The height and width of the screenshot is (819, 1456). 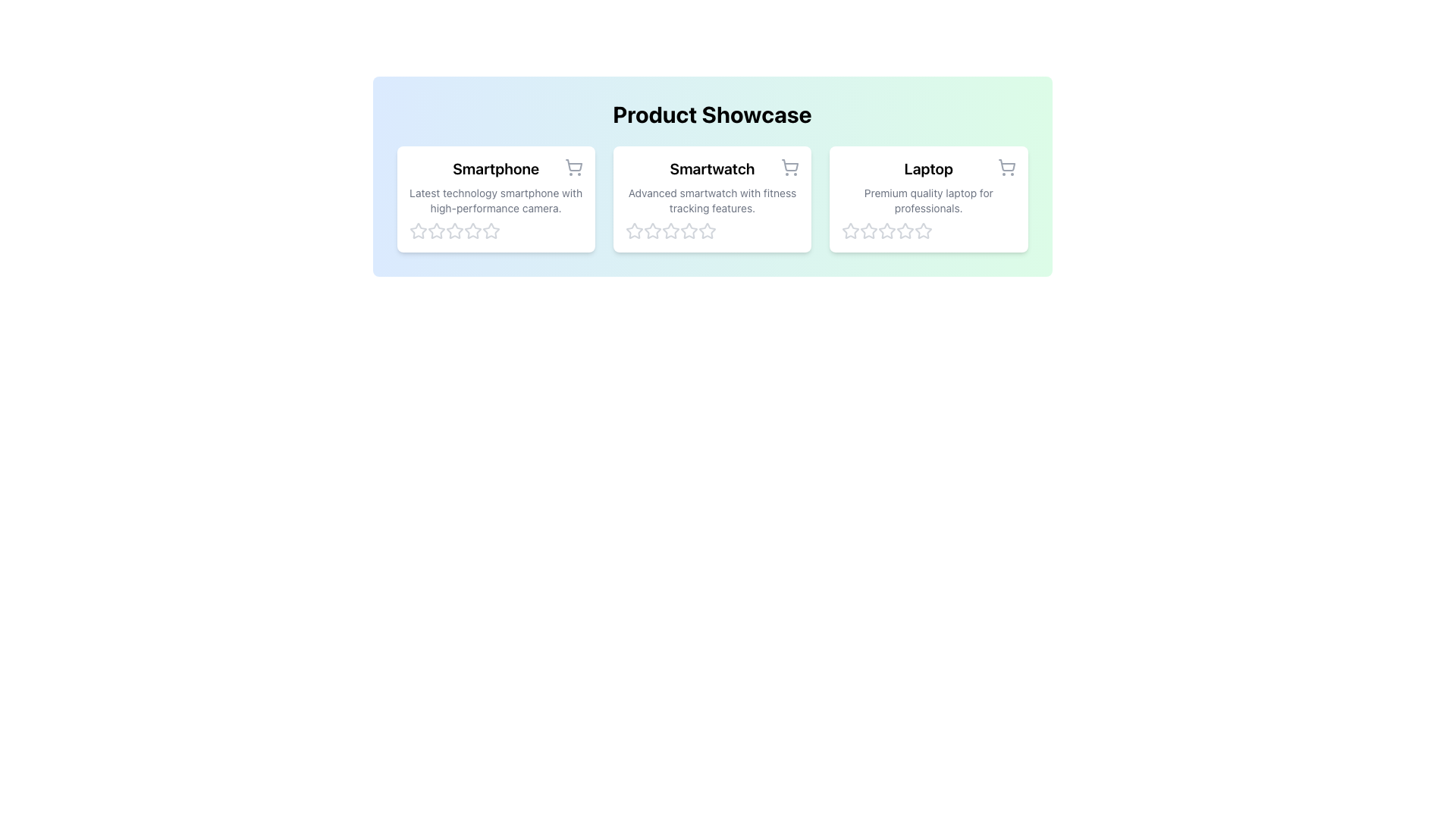 I want to click on the fourth star icon in the rating control under the 'Laptop' product card, so click(x=887, y=231).